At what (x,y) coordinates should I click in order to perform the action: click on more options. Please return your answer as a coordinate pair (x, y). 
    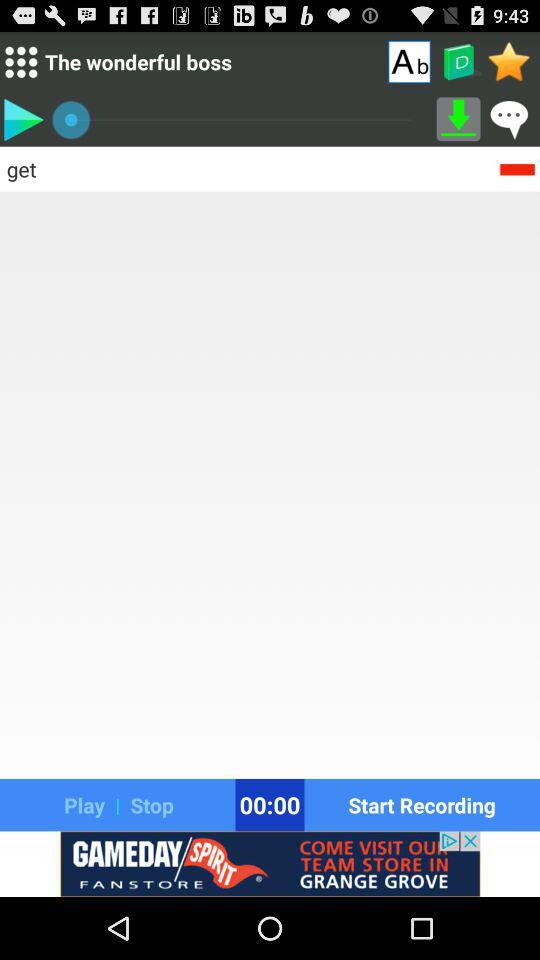
    Looking at the image, I should click on (20, 61).